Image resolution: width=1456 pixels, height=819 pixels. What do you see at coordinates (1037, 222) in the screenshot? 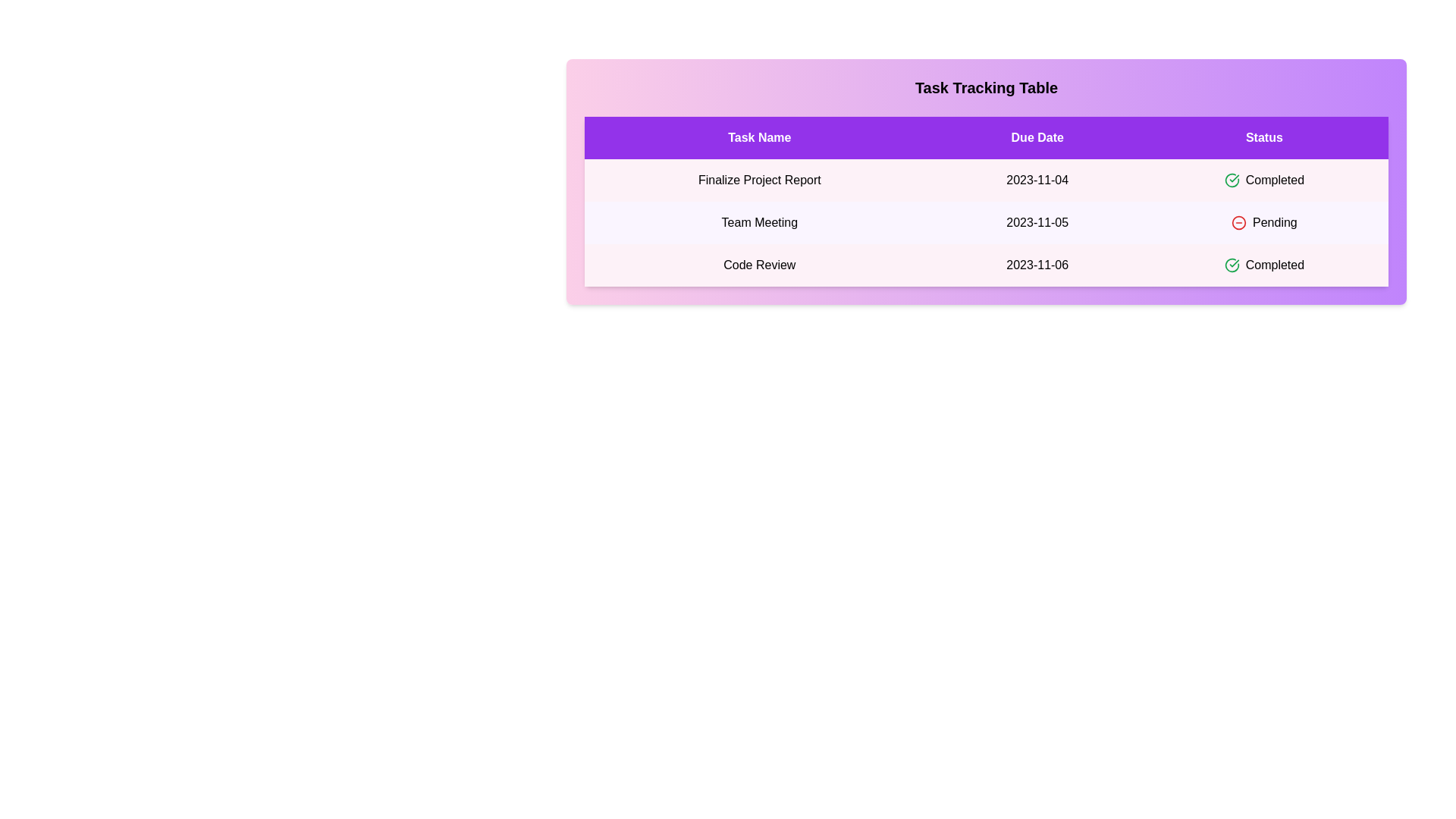
I see `the text '2023-11-05' in the table cell` at bounding box center [1037, 222].